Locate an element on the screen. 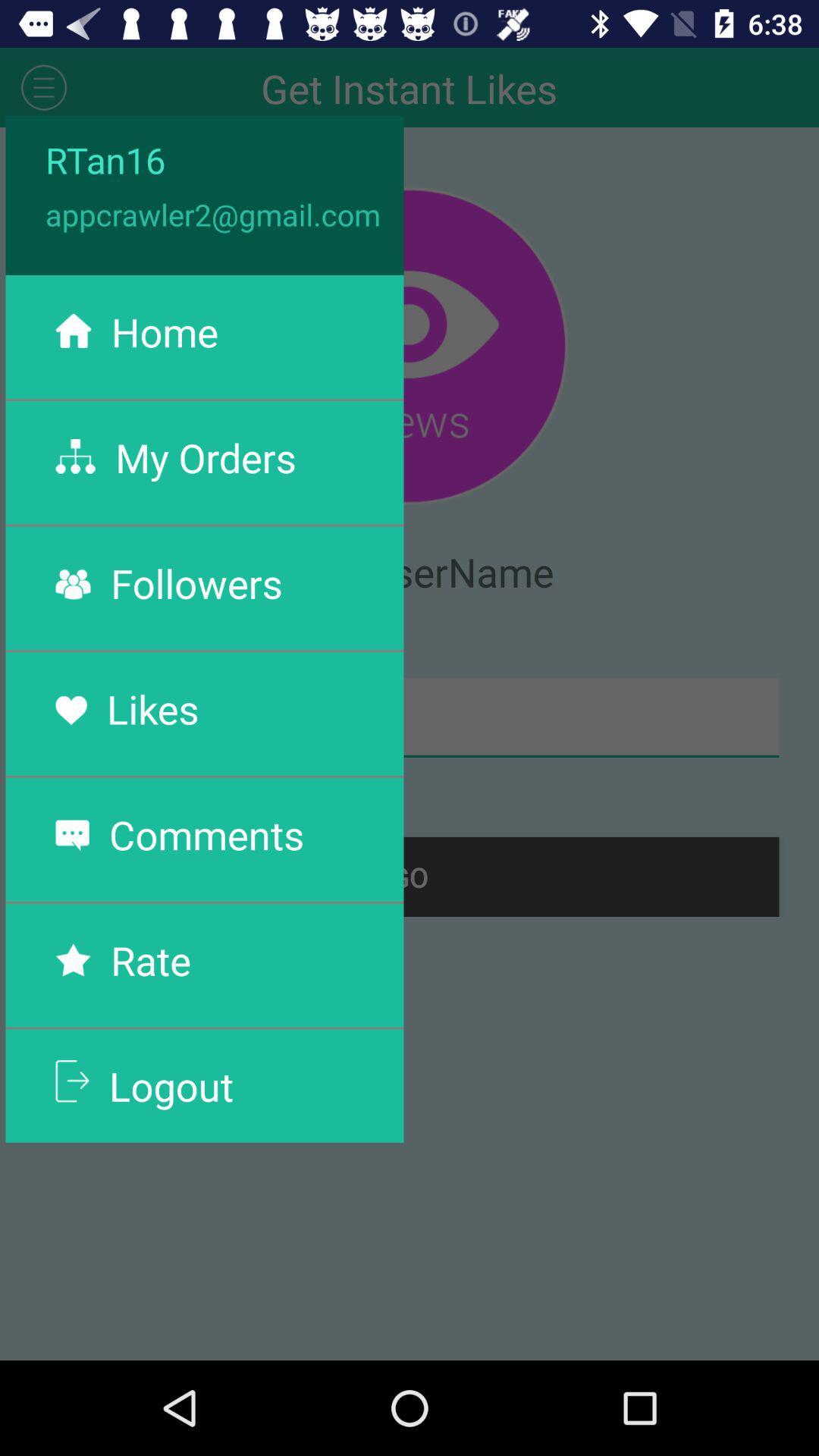 This screenshot has height=1456, width=819. likes is located at coordinates (152, 708).